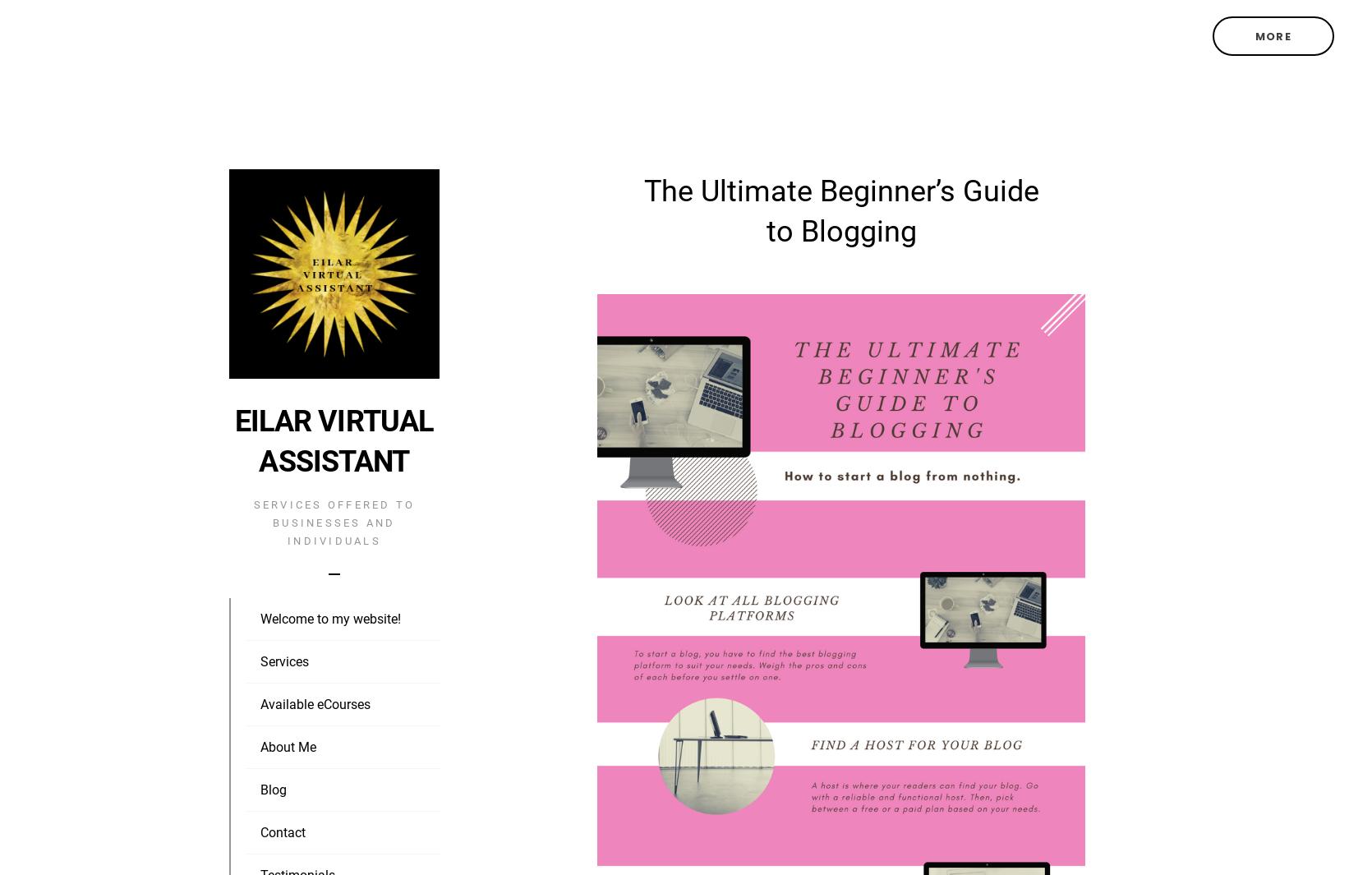 The width and height of the screenshot is (1372, 875). Describe the element at coordinates (283, 832) in the screenshot. I see `'Contact'` at that location.